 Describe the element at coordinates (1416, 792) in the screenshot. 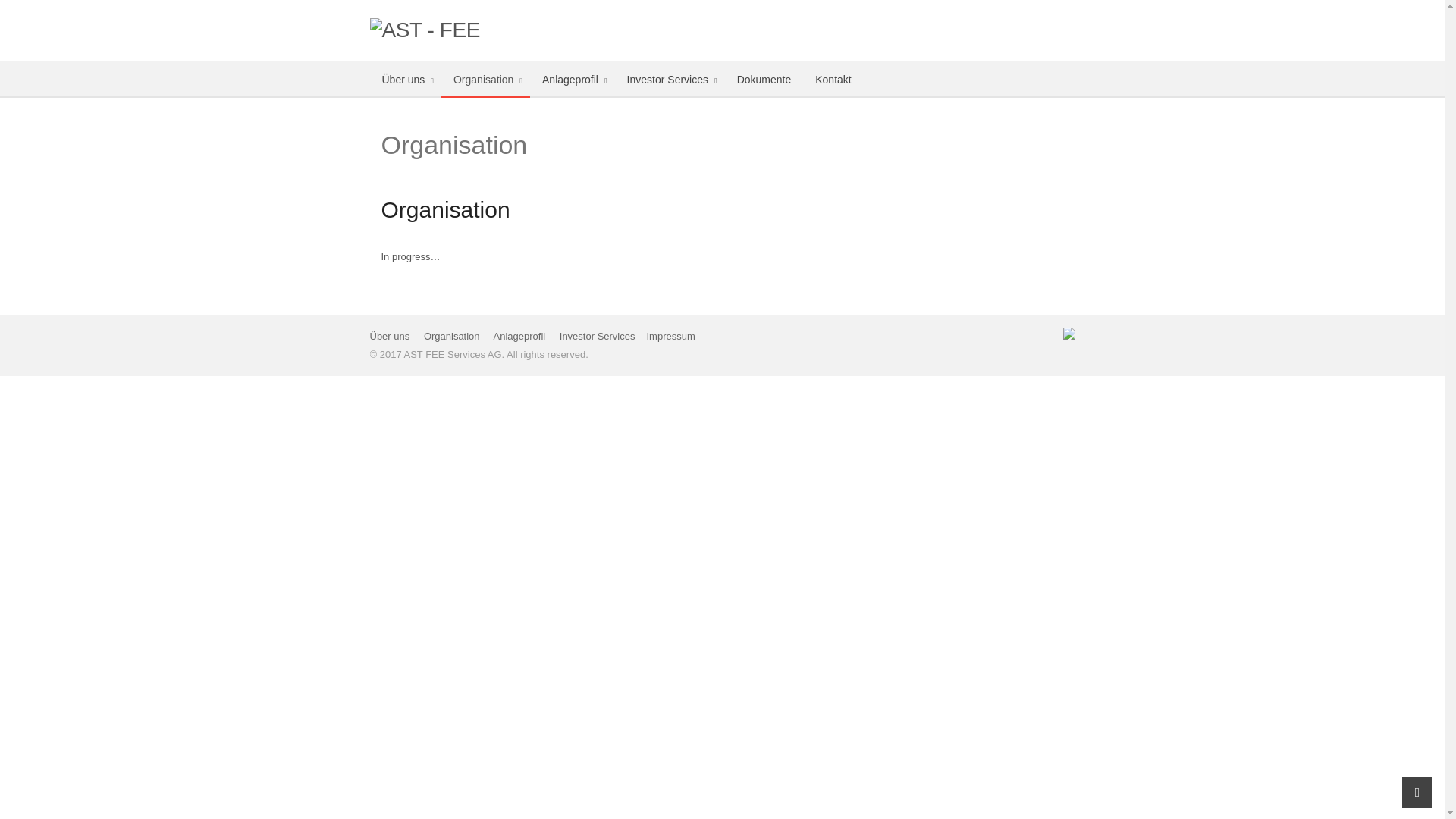

I see `'scroll to top'` at that location.